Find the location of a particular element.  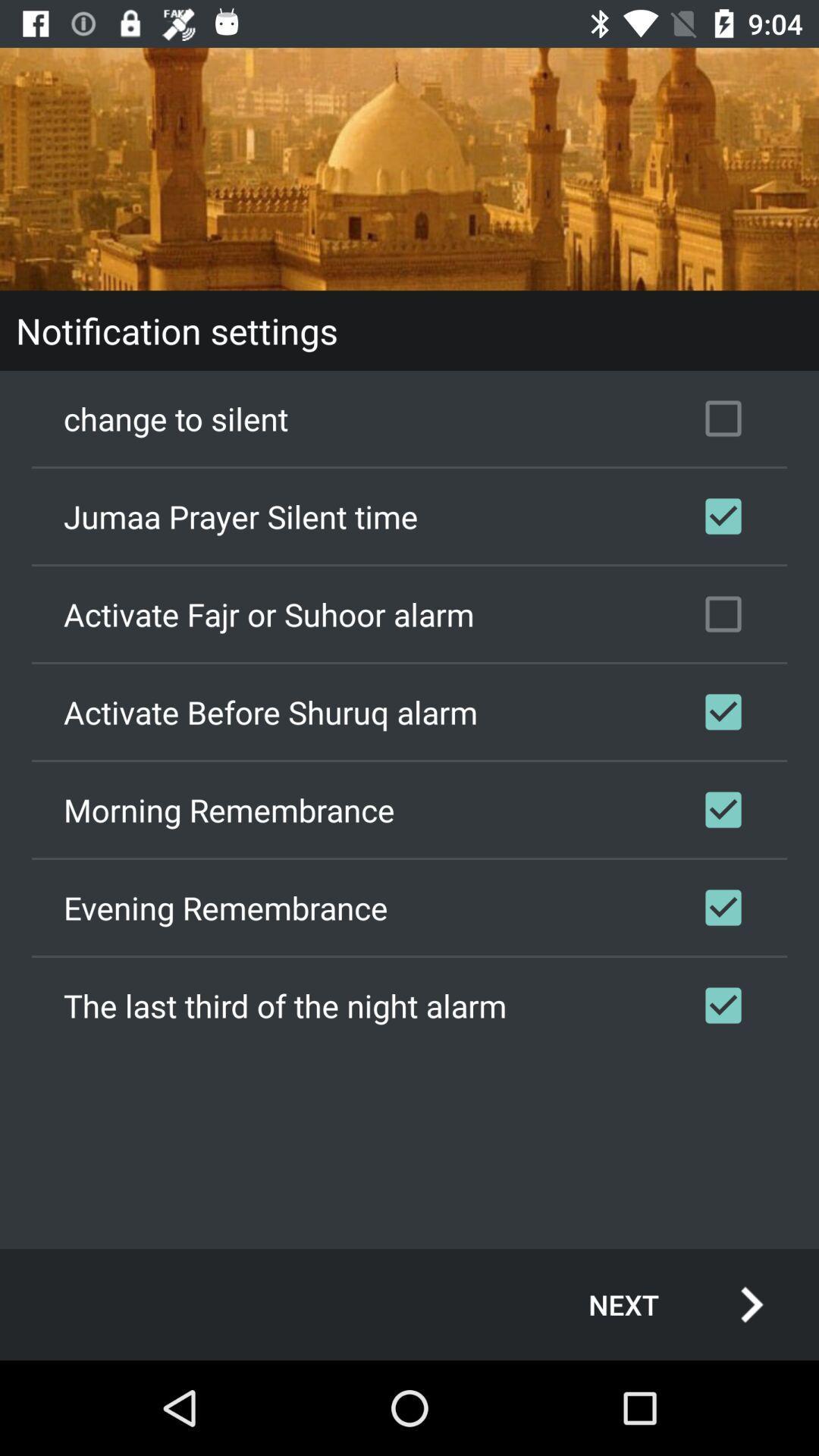

the activate before shuruq icon is located at coordinates (409, 711).